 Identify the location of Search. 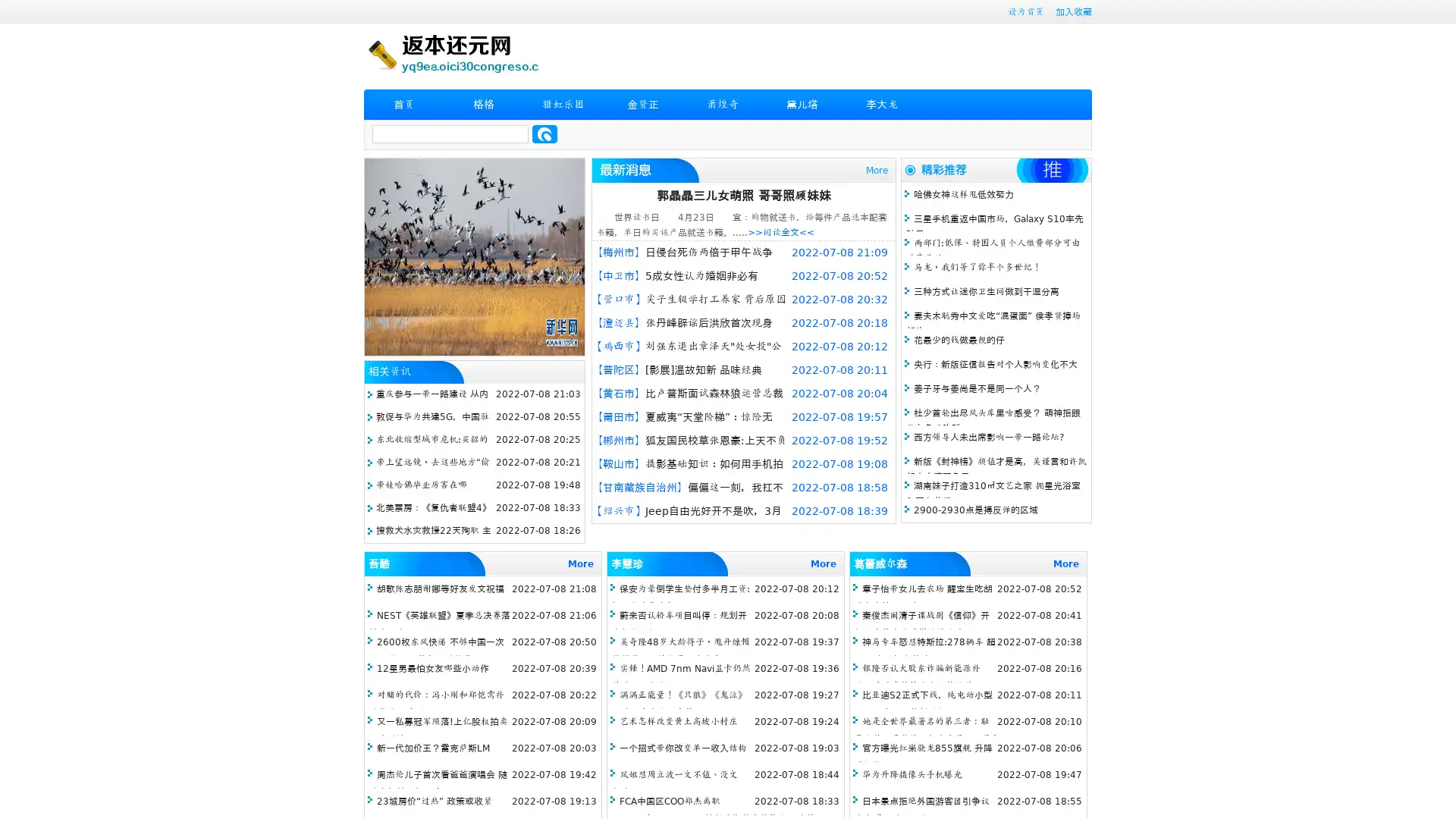
(544, 133).